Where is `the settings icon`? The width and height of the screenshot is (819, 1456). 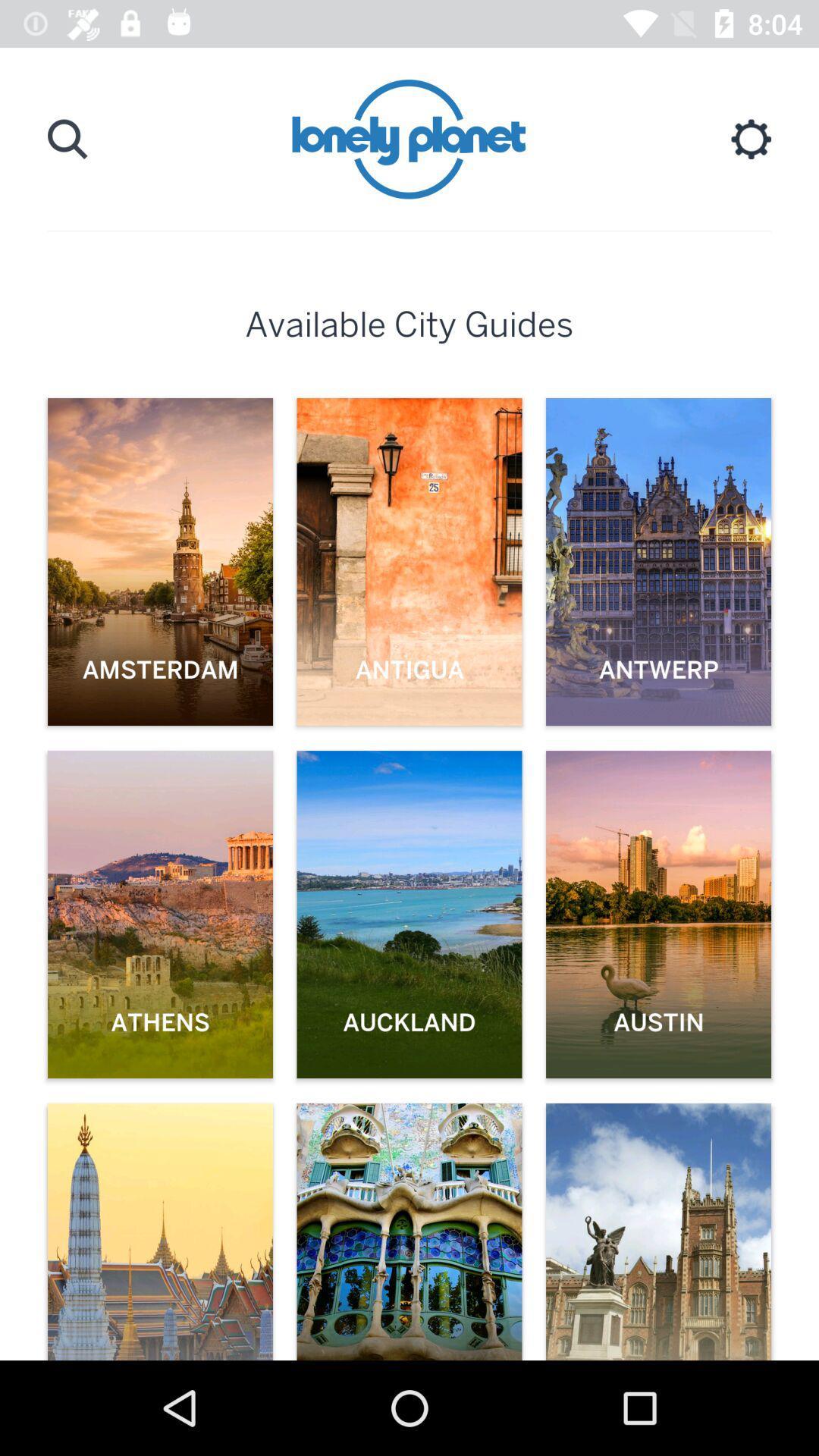
the settings icon is located at coordinates (751, 139).